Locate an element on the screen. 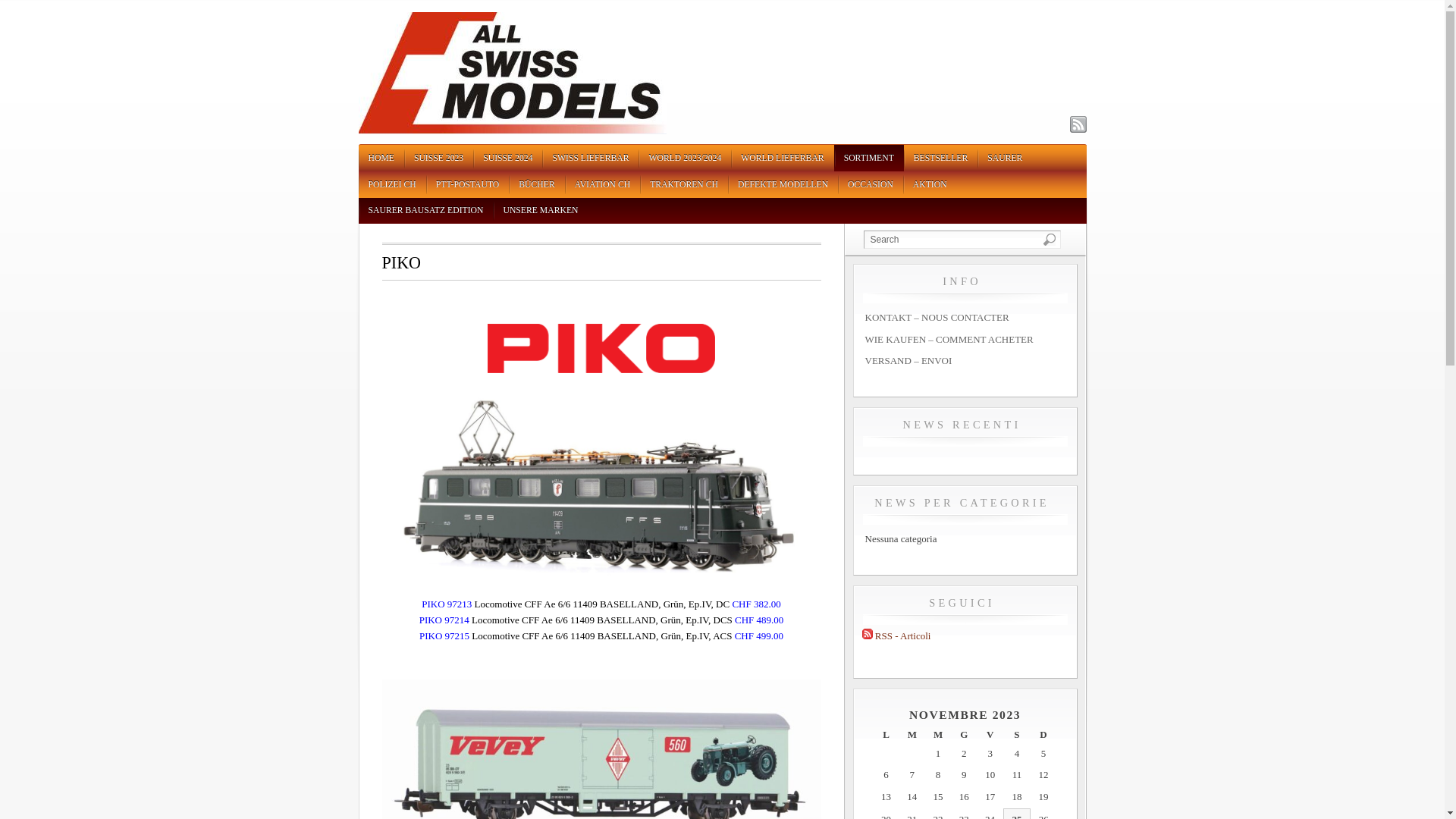 The width and height of the screenshot is (1456, 819). 'SUISSE 2024' is located at coordinates (507, 158).